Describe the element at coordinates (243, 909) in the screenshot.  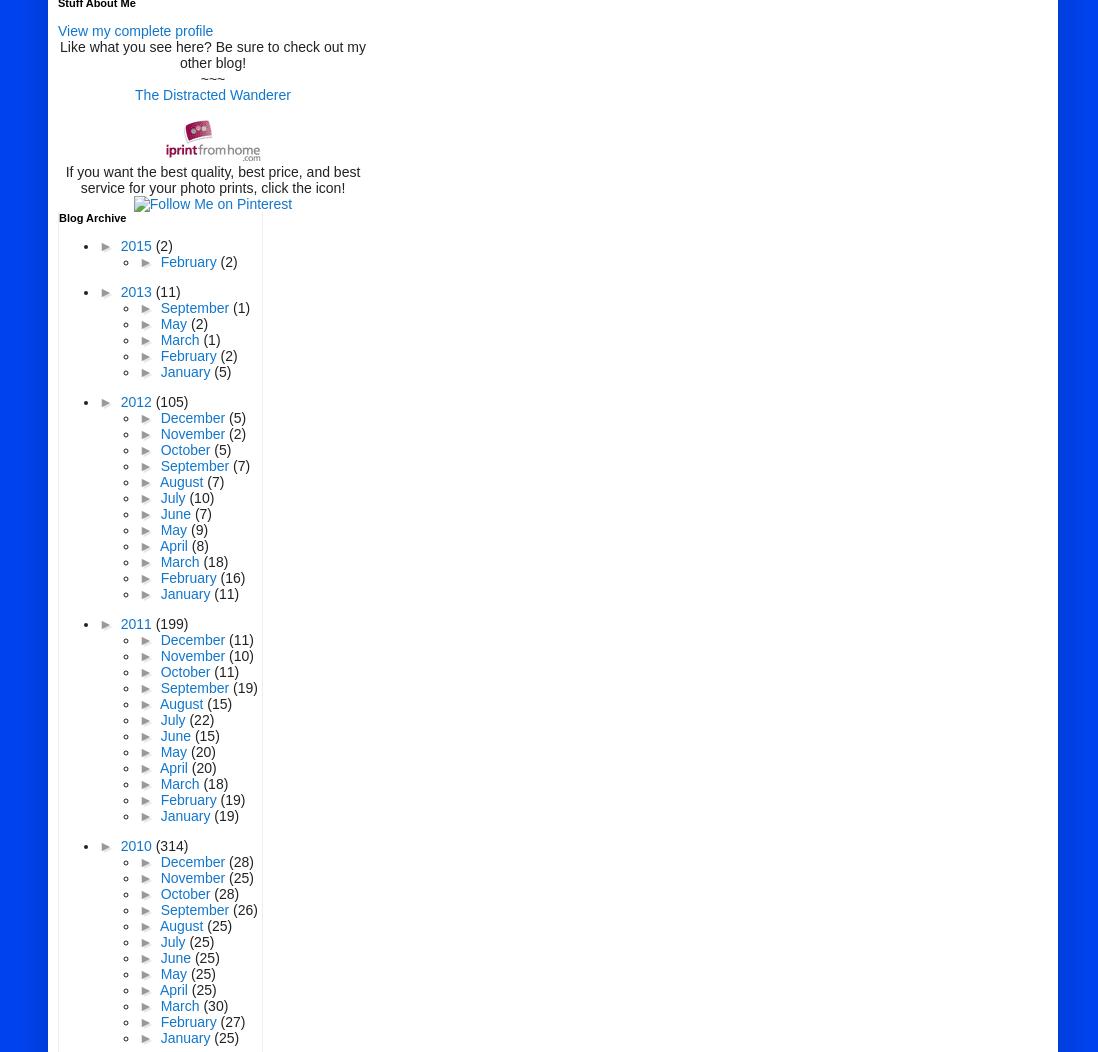
I see `'(26)'` at that location.